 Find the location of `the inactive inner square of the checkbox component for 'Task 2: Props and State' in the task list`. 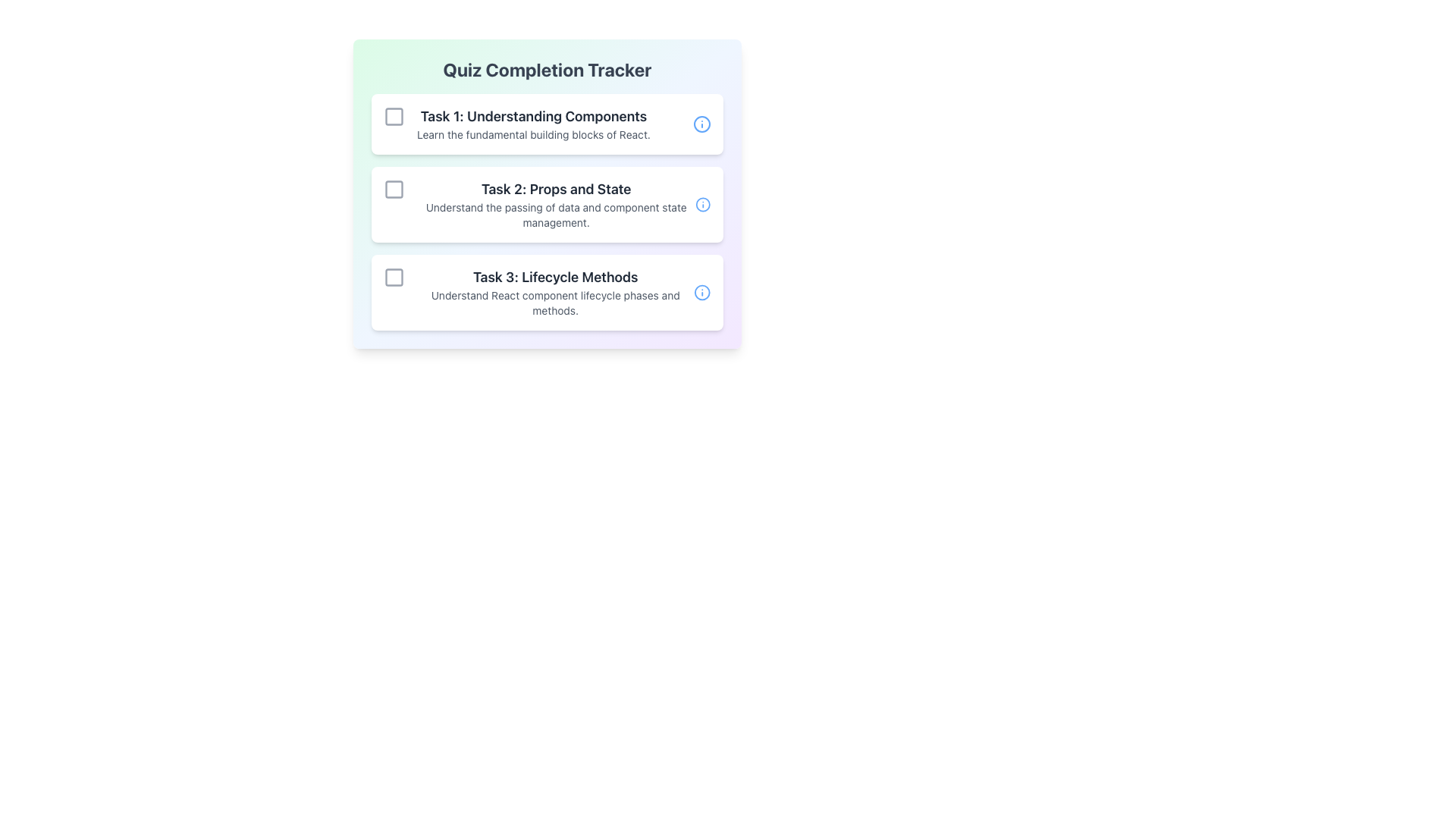

the inactive inner square of the checkbox component for 'Task 2: Props and State' in the task list is located at coordinates (394, 189).